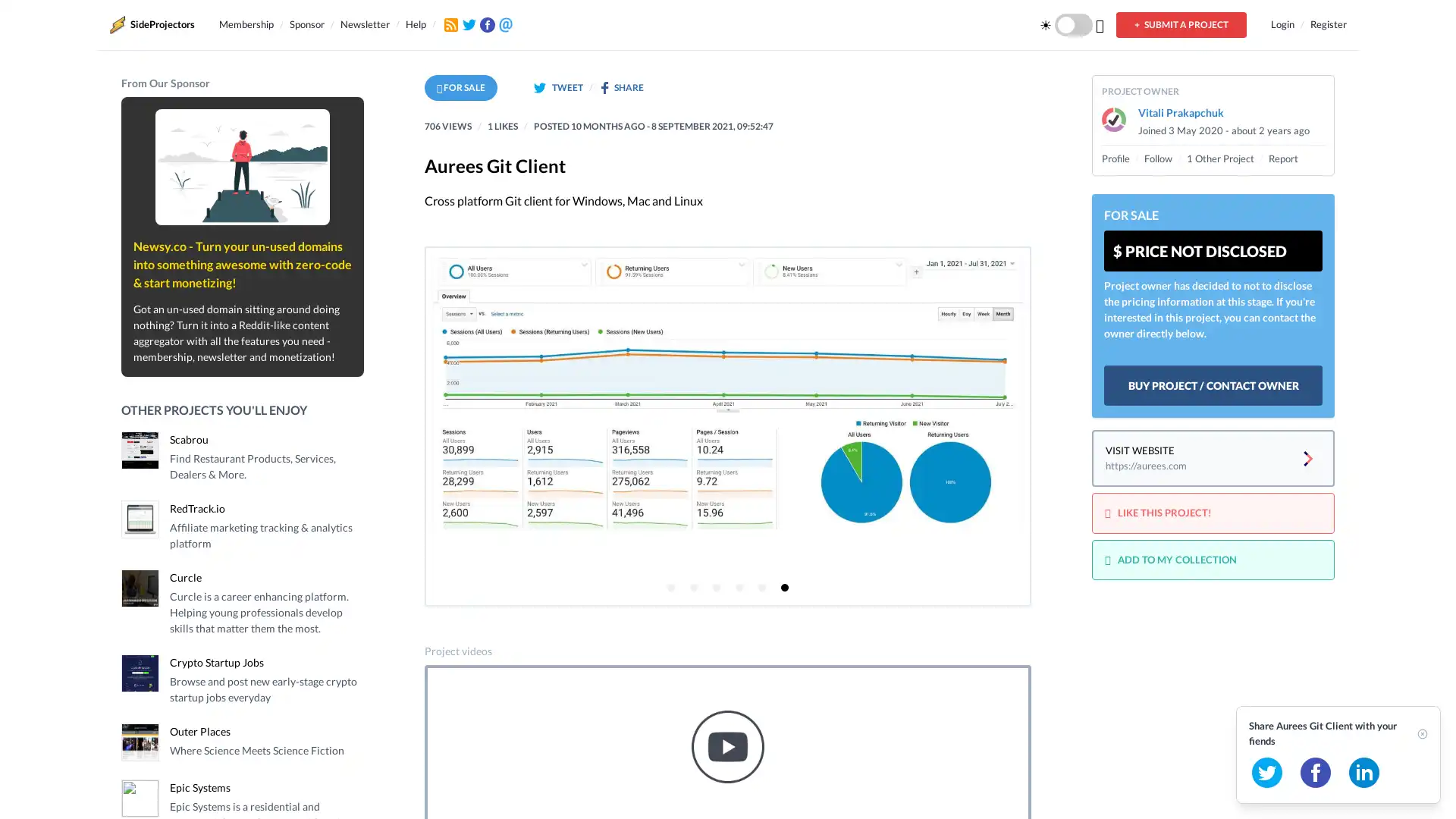 The width and height of the screenshot is (1456, 819). Describe the element at coordinates (1212, 559) in the screenshot. I see `ADD TO MY COLLECTION` at that location.